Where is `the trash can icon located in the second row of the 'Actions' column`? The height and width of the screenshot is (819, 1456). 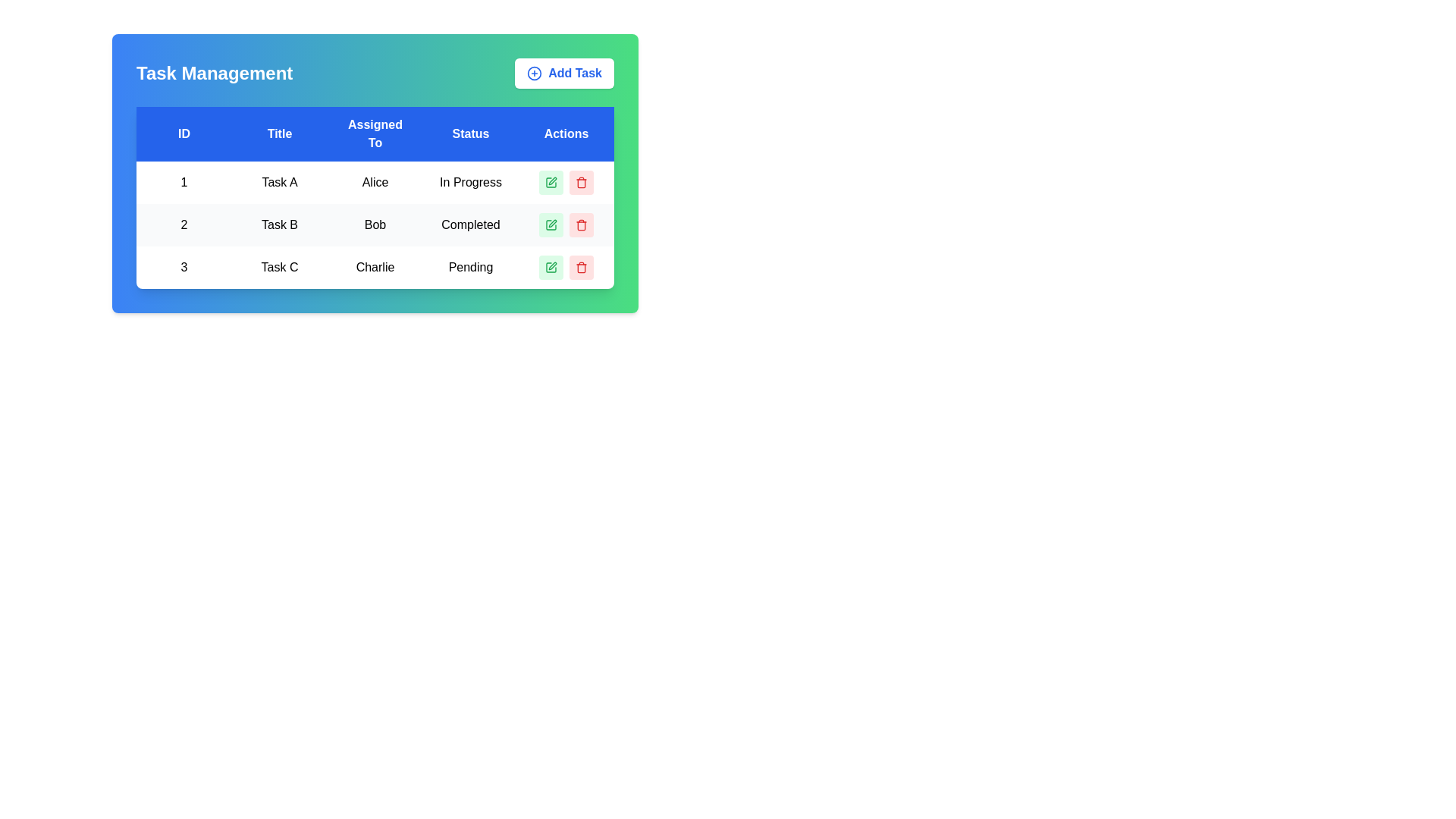 the trash can icon located in the second row of the 'Actions' column is located at coordinates (581, 225).